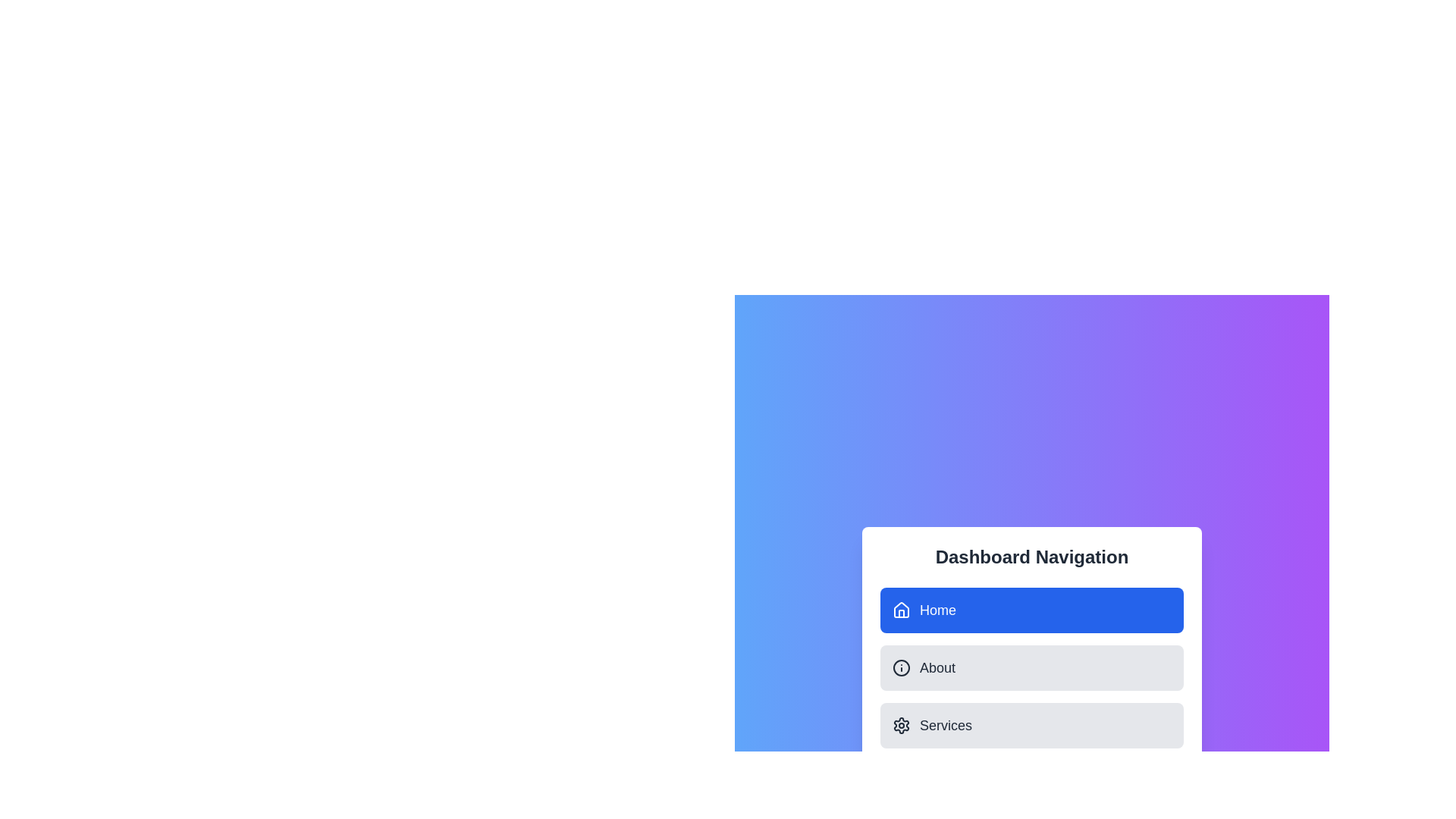 The height and width of the screenshot is (819, 1456). What do you see at coordinates (1031, 557) in the screenshot?
I see `the 'Dashboard Navigation' title text label, which is prominently styled in bold and is located at the top of the navigation menu interface` at bounding box center [1031, 557].